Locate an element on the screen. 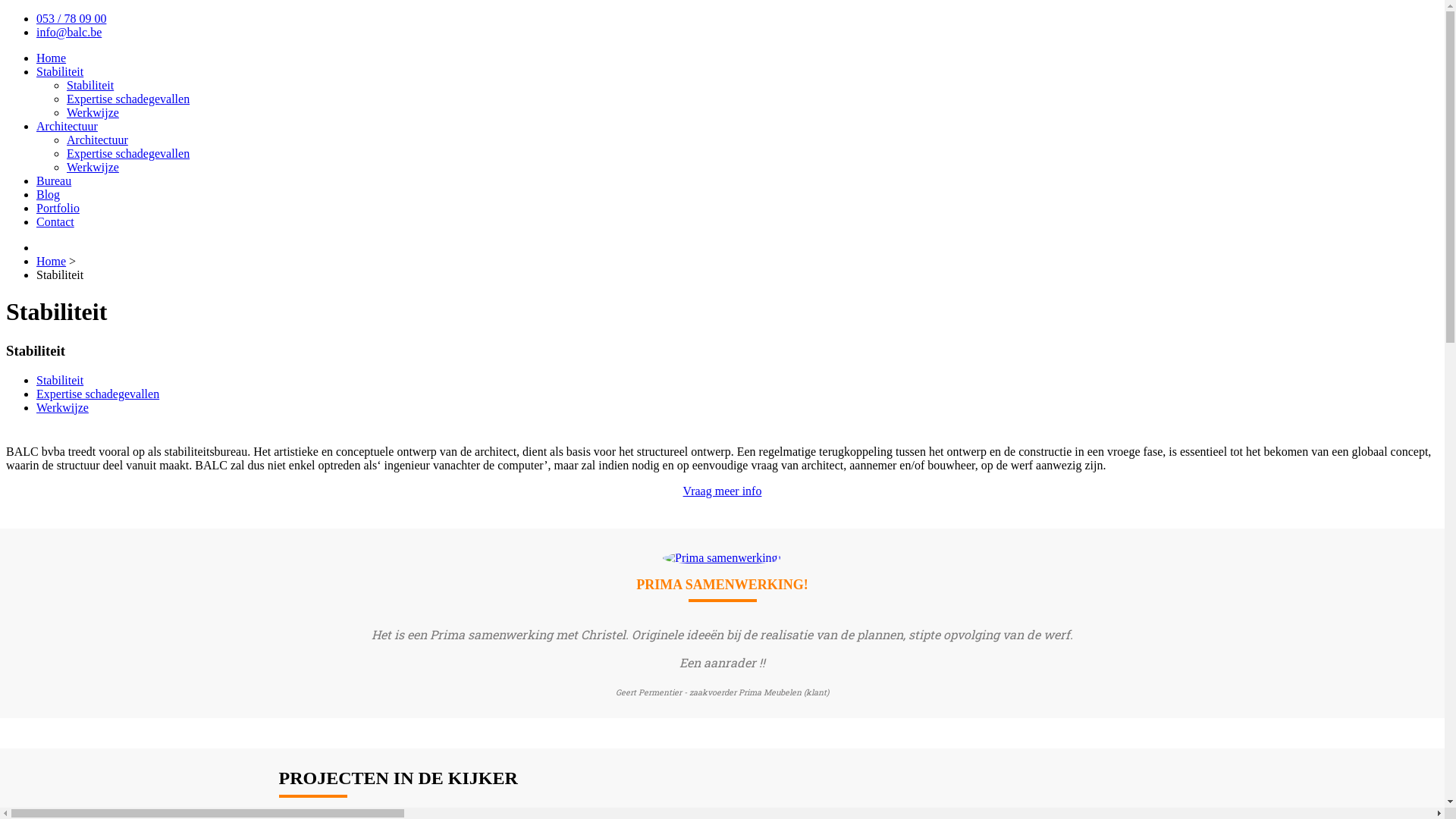 Image resolution: width=1456 pixels, height=819 pixels. 'Werkwijze' is located at coordinates (36, 406).